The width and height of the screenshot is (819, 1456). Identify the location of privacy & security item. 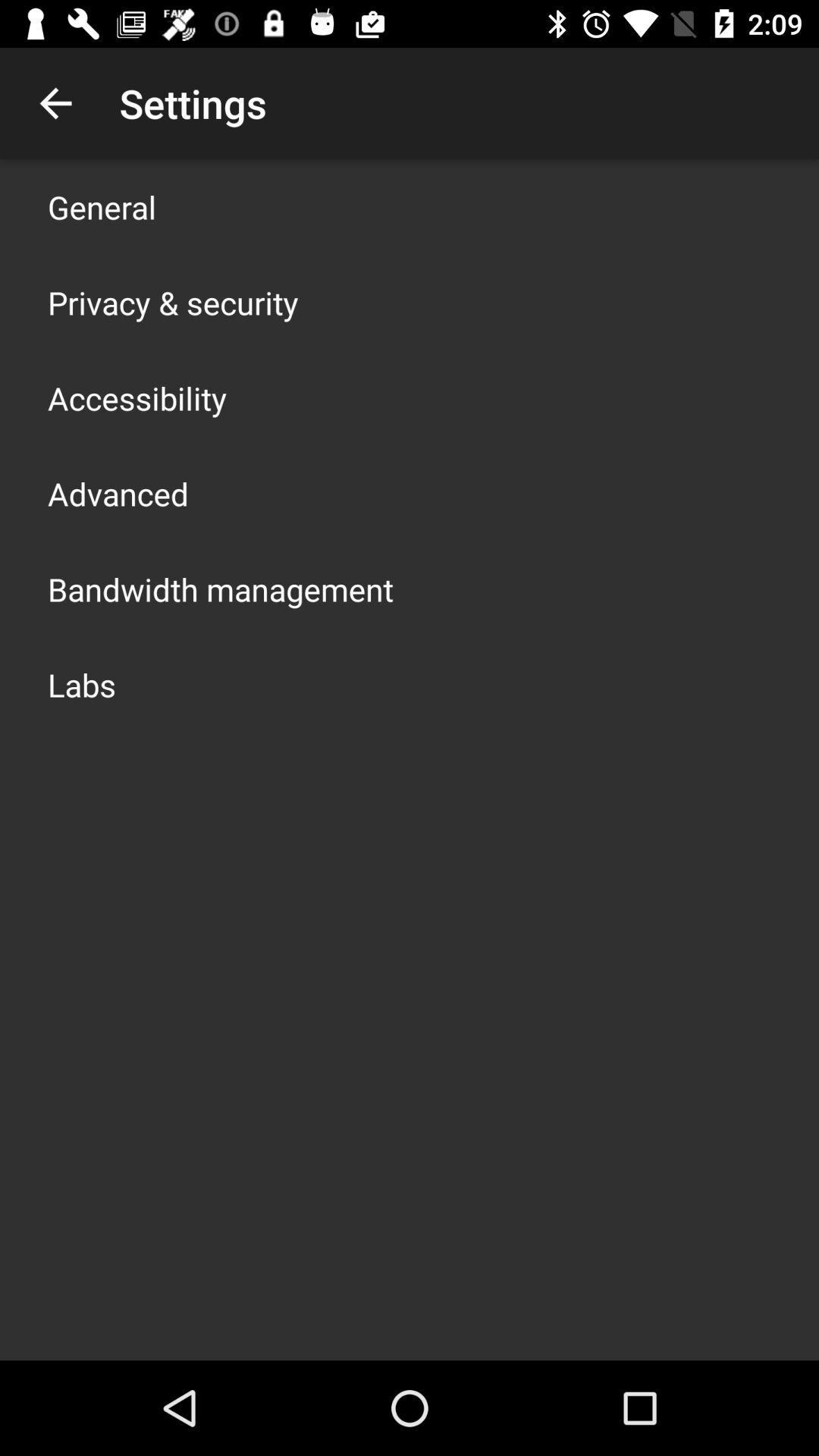
(172, 302).